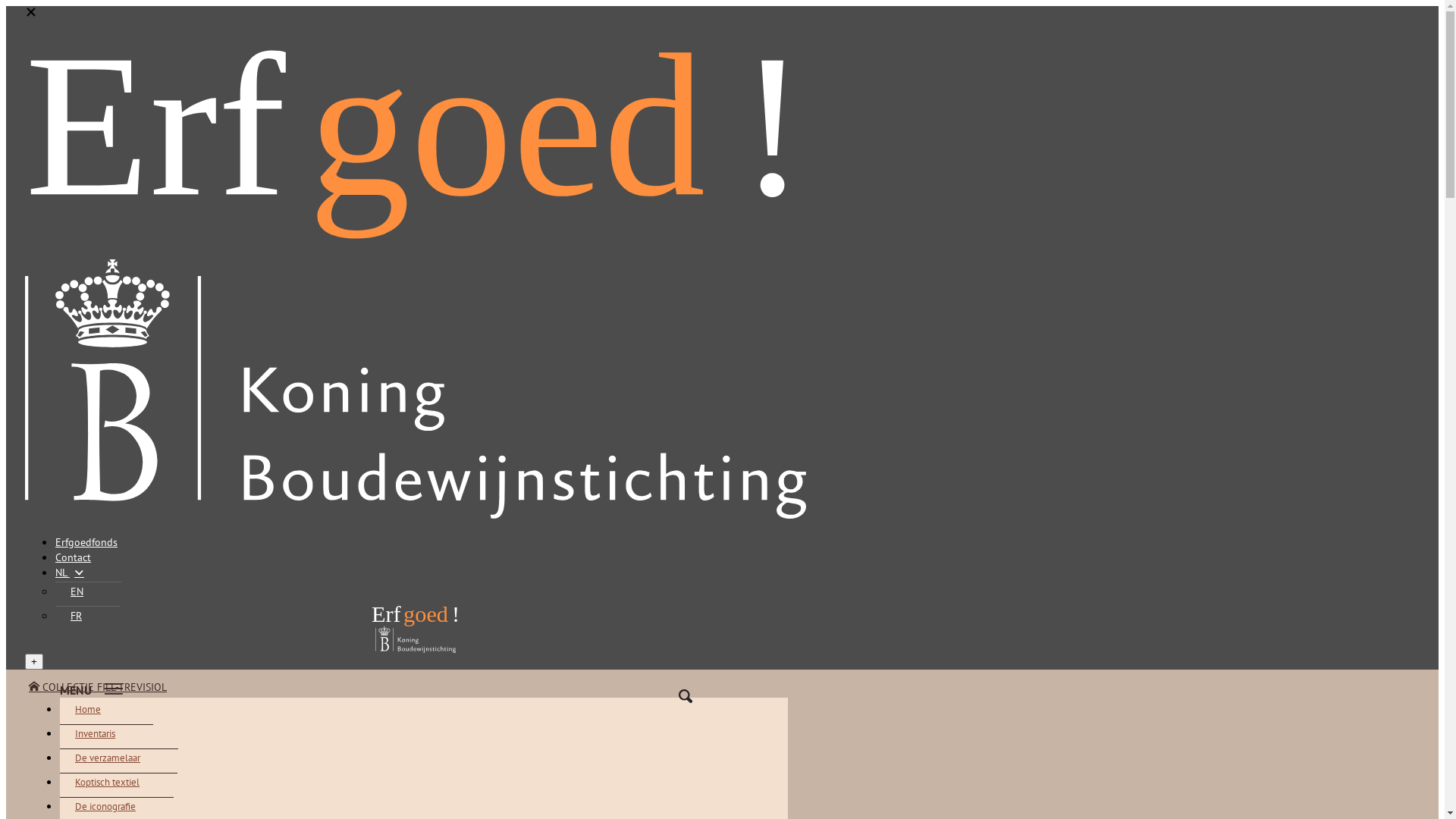 This screenshot has width=1456, height=819. Describe the element at coordinates (86, 615) in the screenshot. I see `'FR'` at that location.